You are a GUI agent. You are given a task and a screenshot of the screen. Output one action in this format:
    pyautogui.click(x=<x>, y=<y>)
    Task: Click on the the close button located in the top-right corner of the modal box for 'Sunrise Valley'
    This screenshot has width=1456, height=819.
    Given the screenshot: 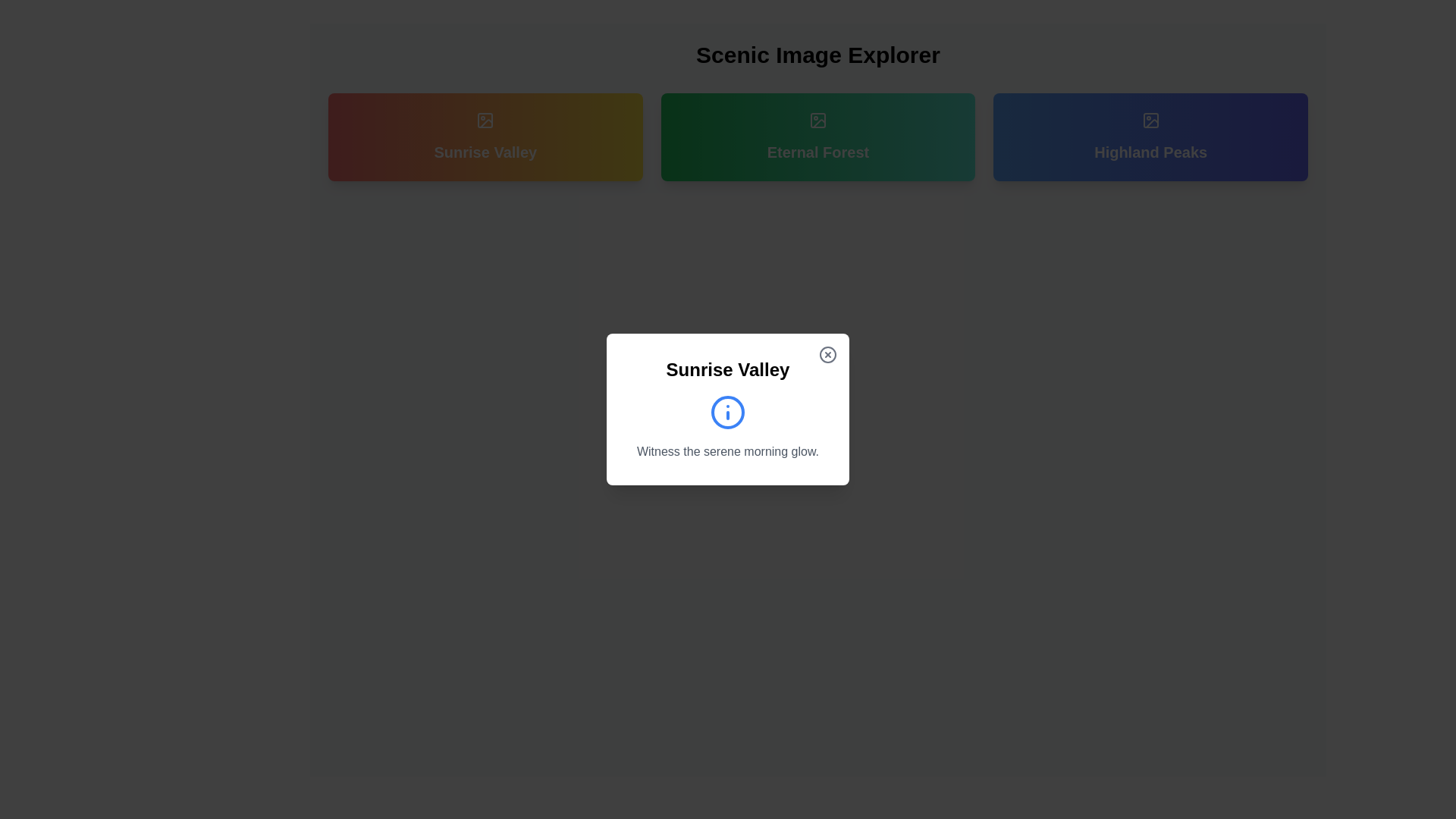 What is the action you would take?
    pyautogui.click(x=827, y=354)
    